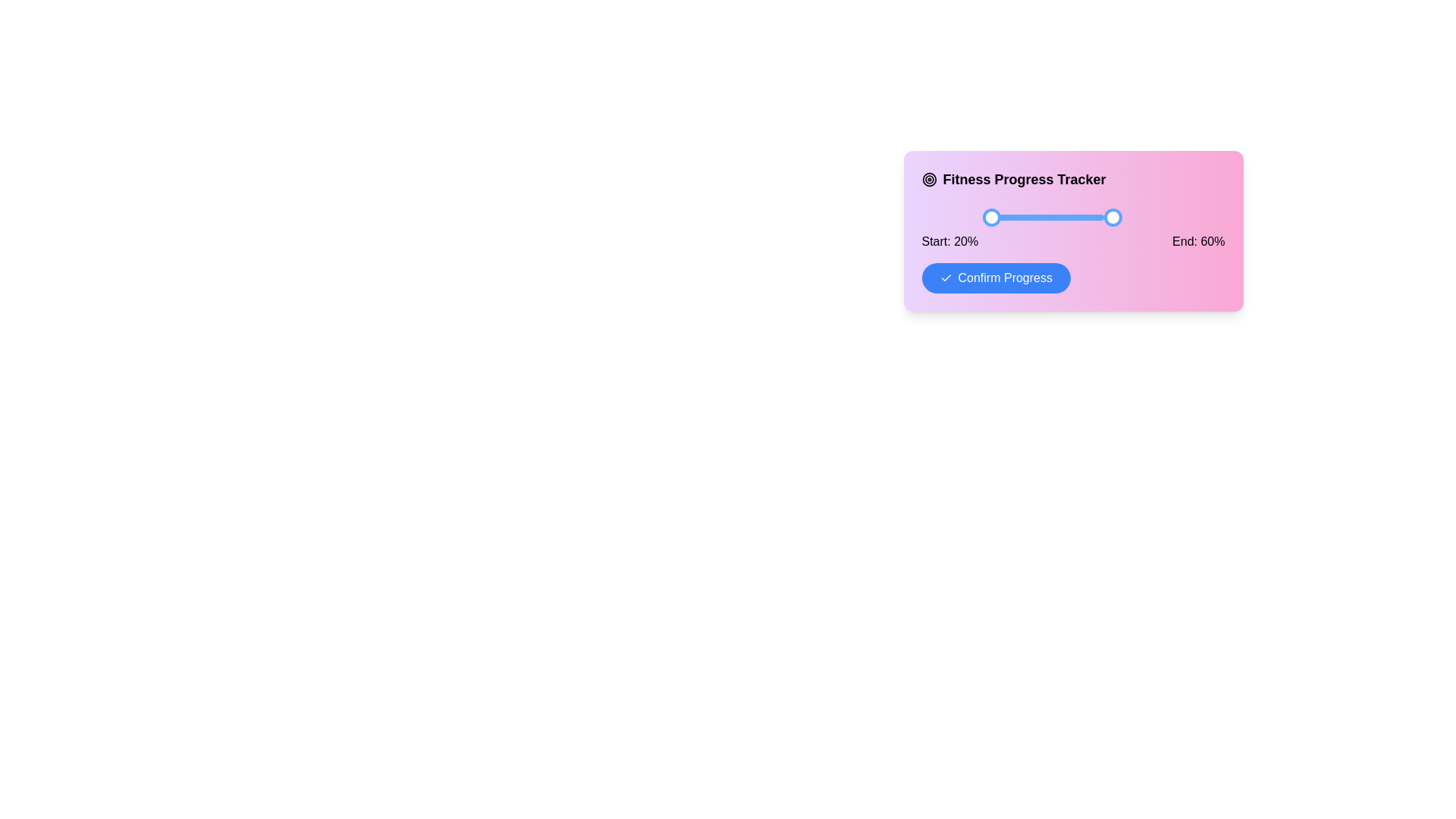  Describe the element at coordinates (1072, 241) in the screenshot. I see `percentages displayed in the text label showing 'Start: 20% End: 60%' located just below the slider and above the 'Confirm Progress' button in the 'Fitness Progress Tracker' card` at that location.